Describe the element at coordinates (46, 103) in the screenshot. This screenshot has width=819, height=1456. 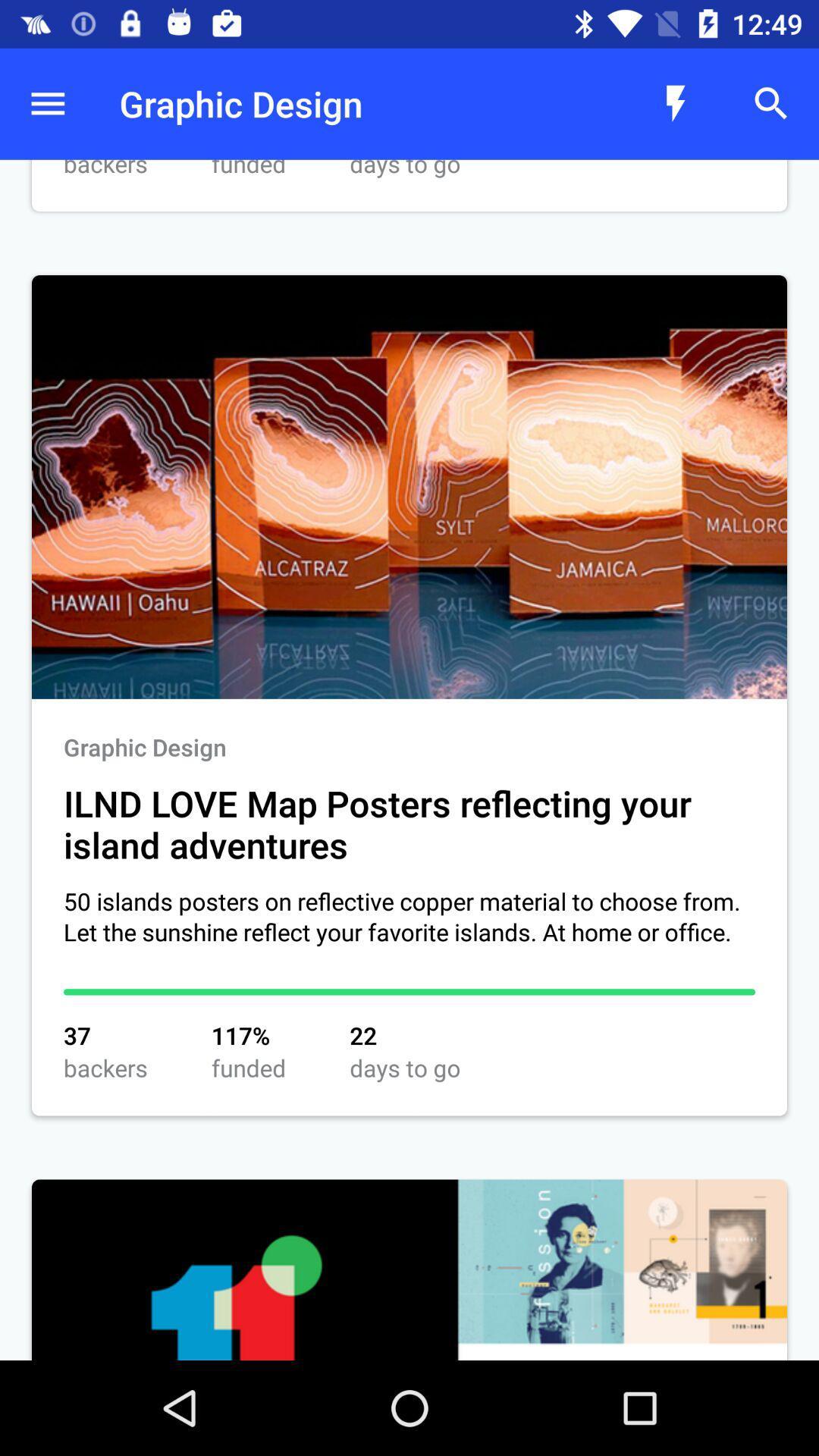
I see `the item above the backers icon` at that location.